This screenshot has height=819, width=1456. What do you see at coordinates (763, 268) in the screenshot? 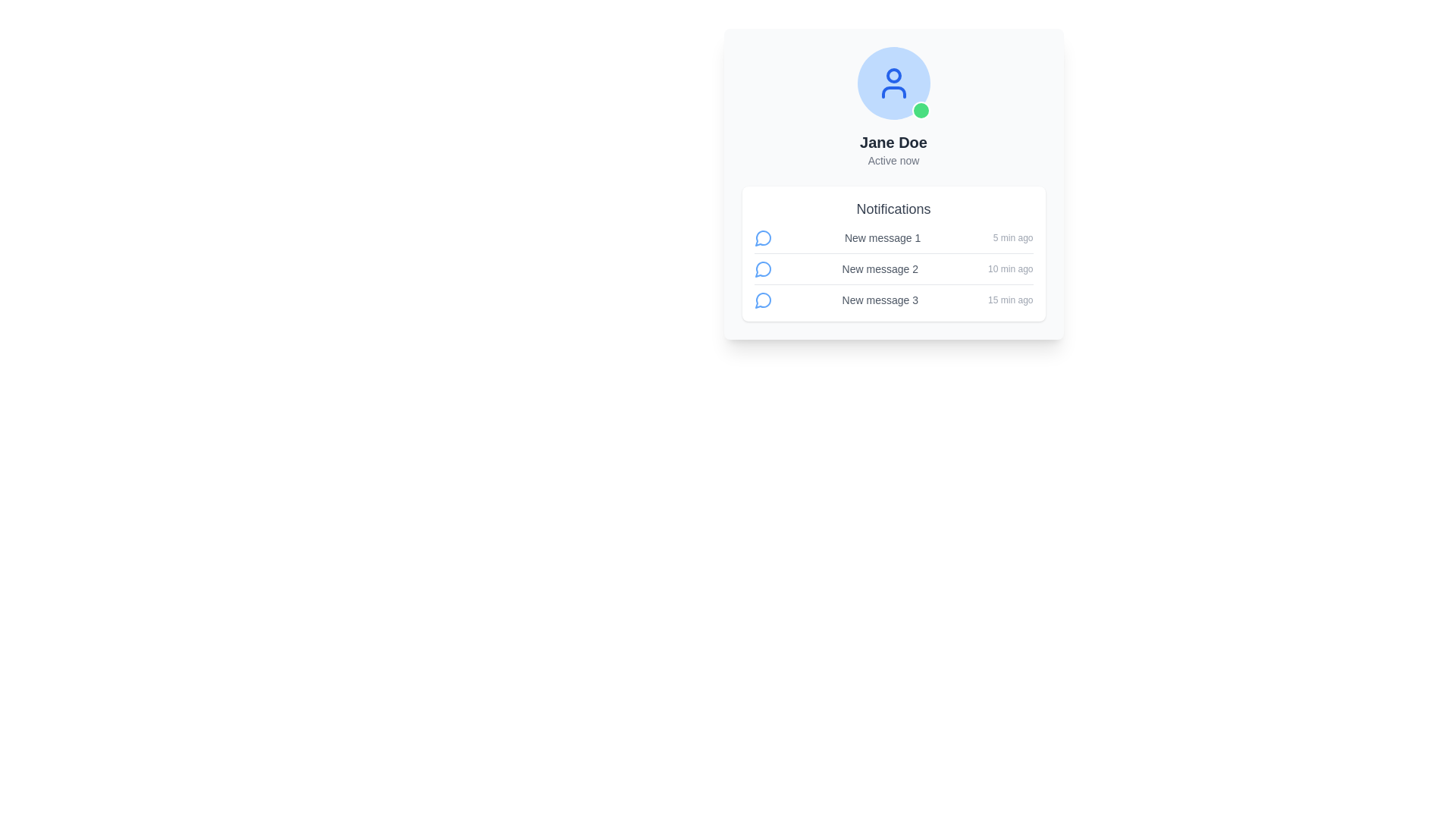
I see `the blue message bubble icon located under the 'Notifications' section` at bounding box center [763, 268].